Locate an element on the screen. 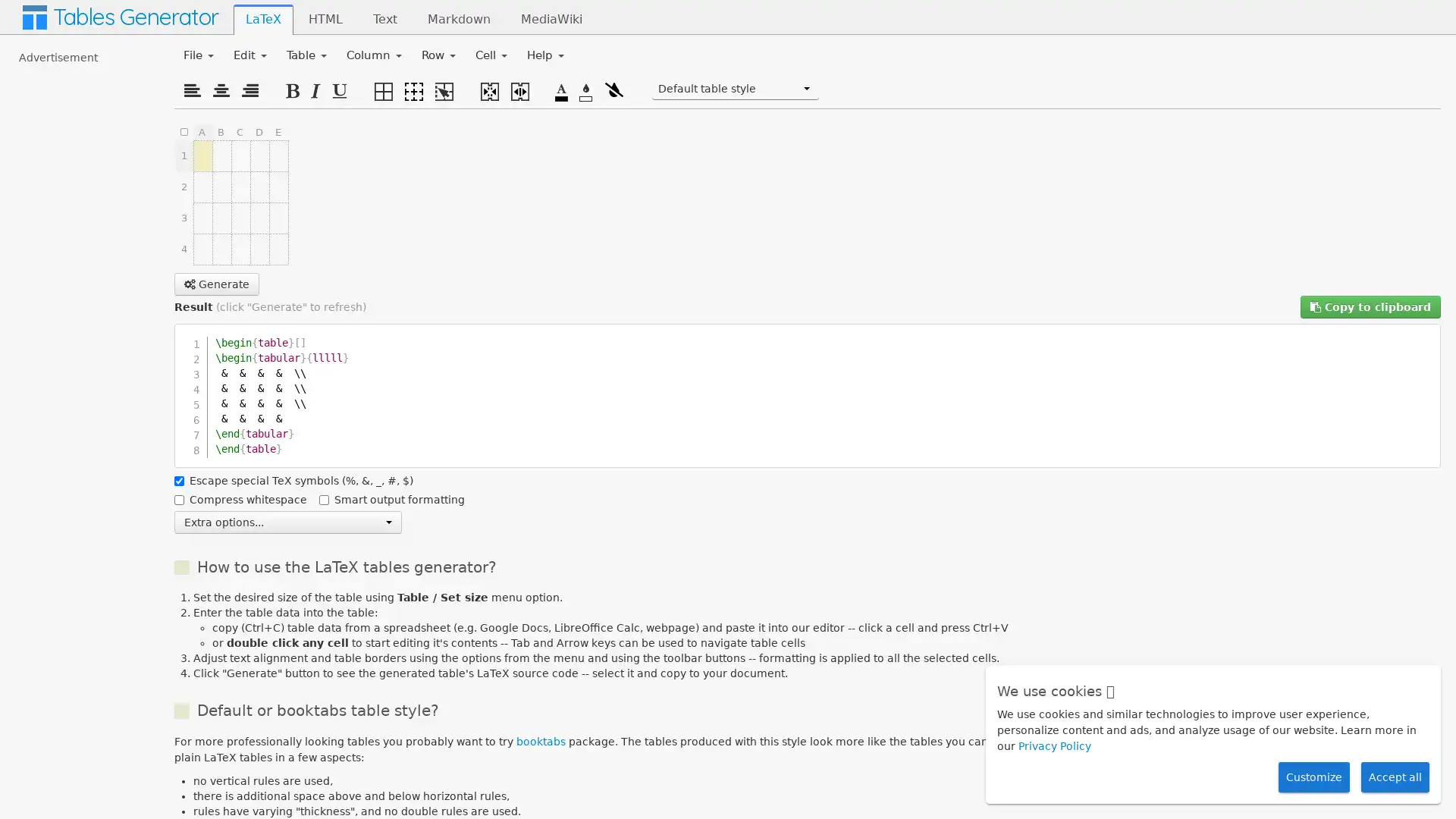  Row is located at coordinates (438, 55).